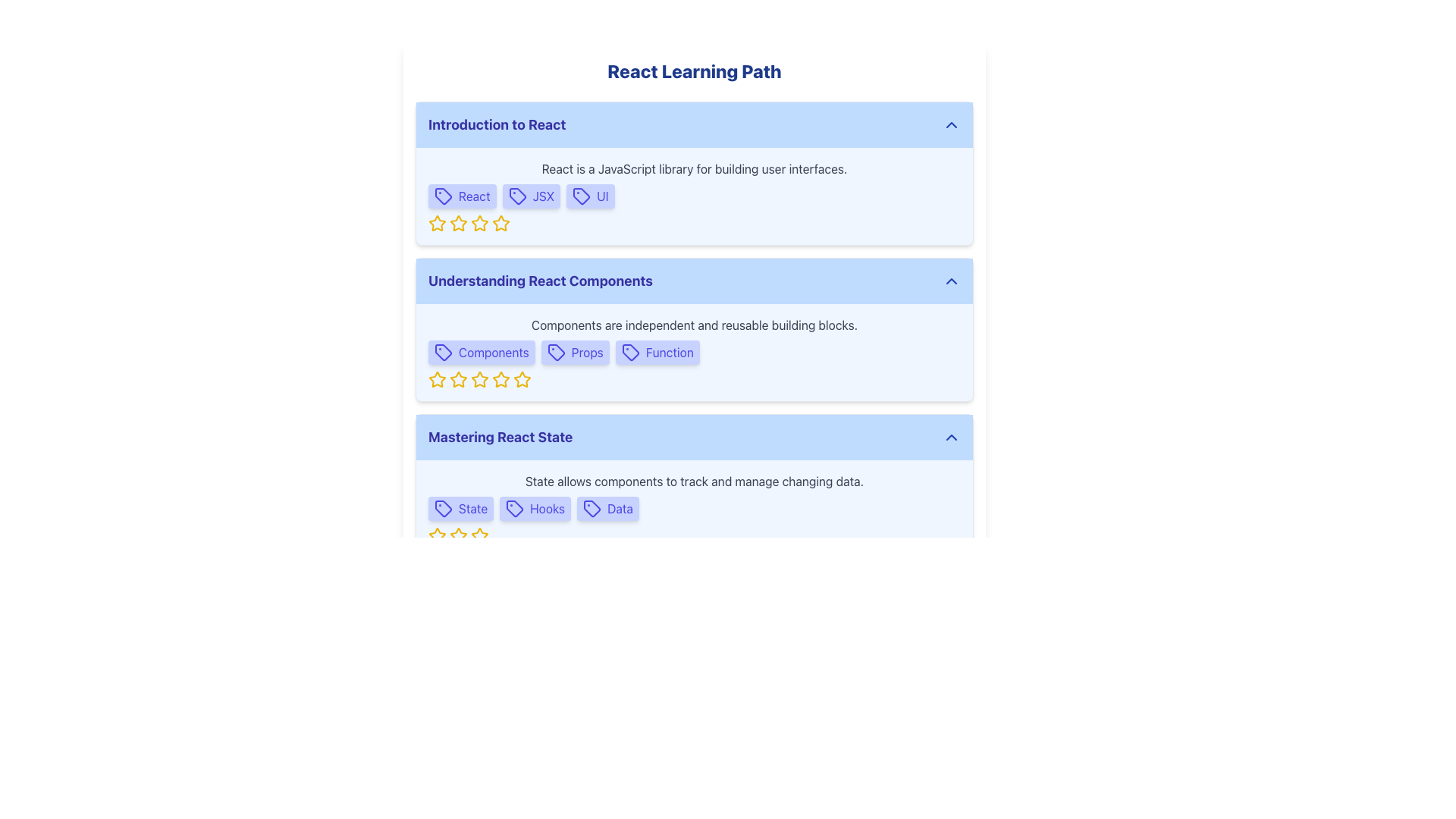 The width and height of the screenshot is (1456, 819). What do you see at coordinates (522, 379) in the screenshot?
I see `the eighth star icon in the 'Understanding React Components' section, which serves as part of the visual rating indicator` at bounding box center [522, 379].